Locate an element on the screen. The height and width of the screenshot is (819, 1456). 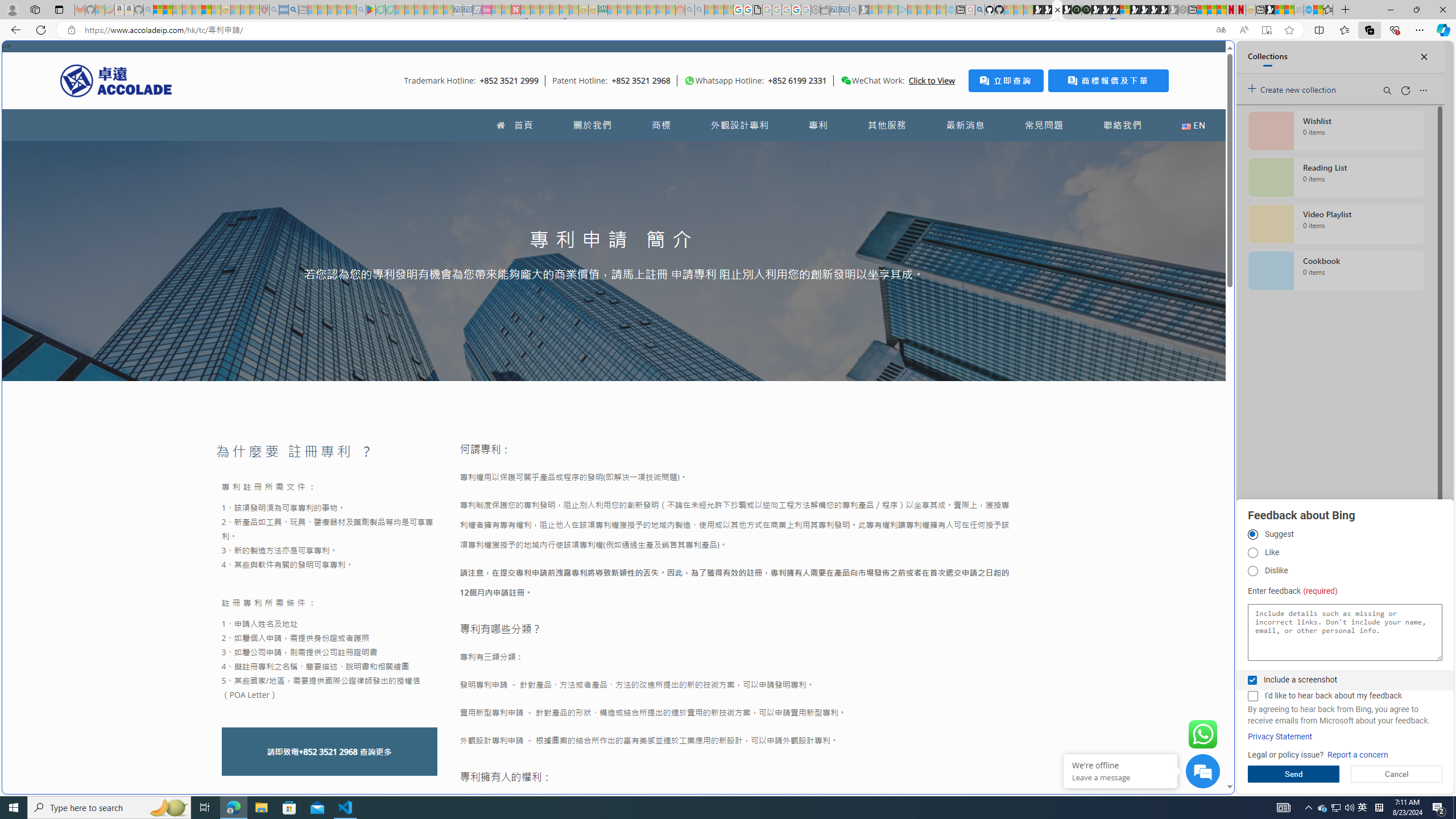
'Microsoft account | Privacy - Sleeping' is located at coordinates (892, 9).